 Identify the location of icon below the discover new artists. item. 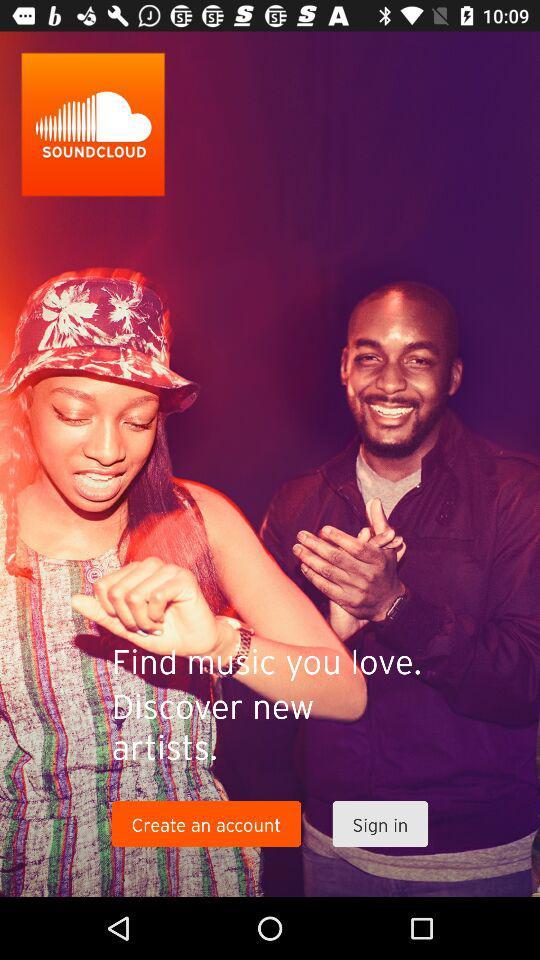
(205, 824).